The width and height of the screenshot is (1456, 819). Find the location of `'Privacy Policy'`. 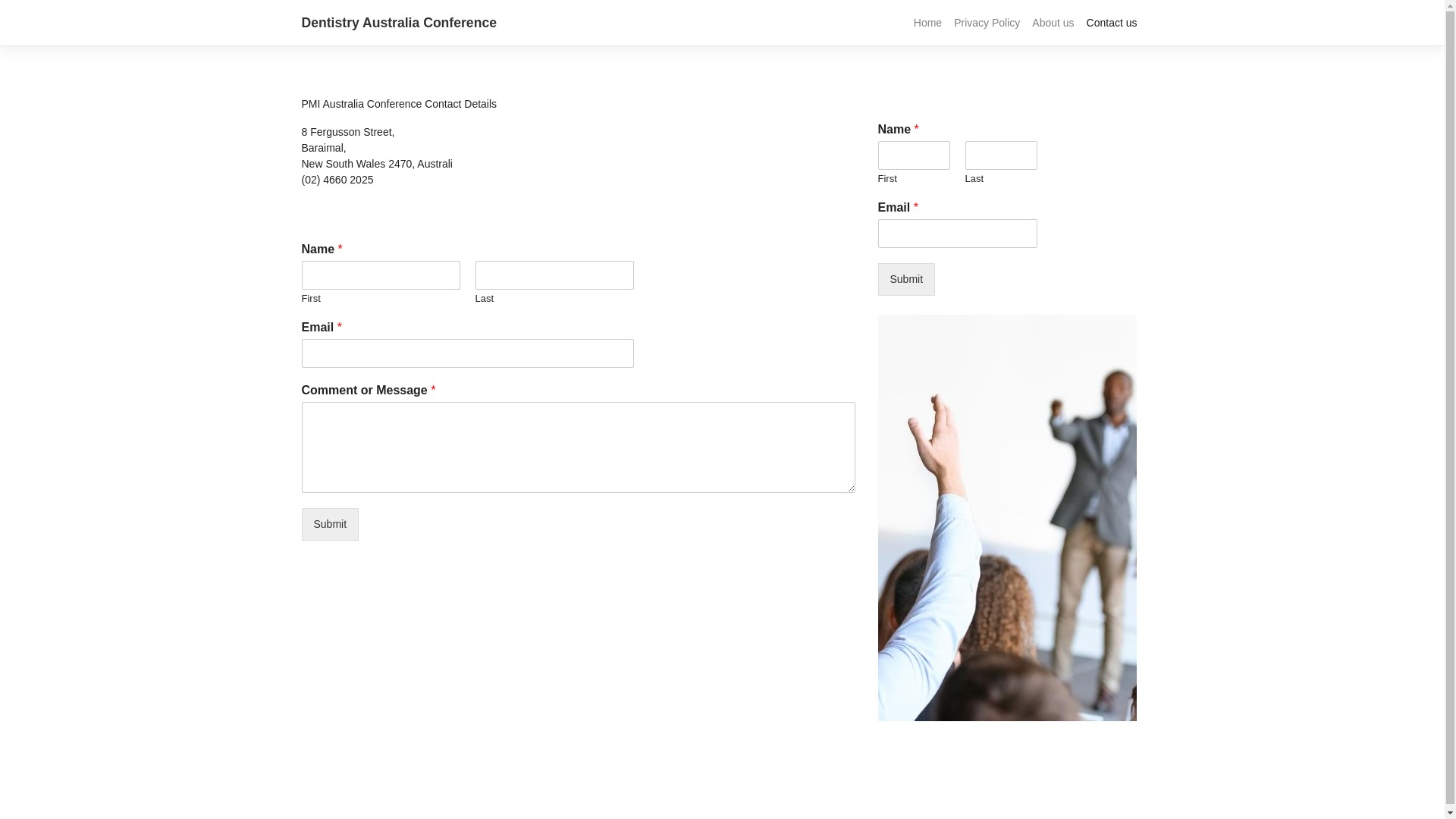

'Privacy Policy' is located at coordinates (987, 23).